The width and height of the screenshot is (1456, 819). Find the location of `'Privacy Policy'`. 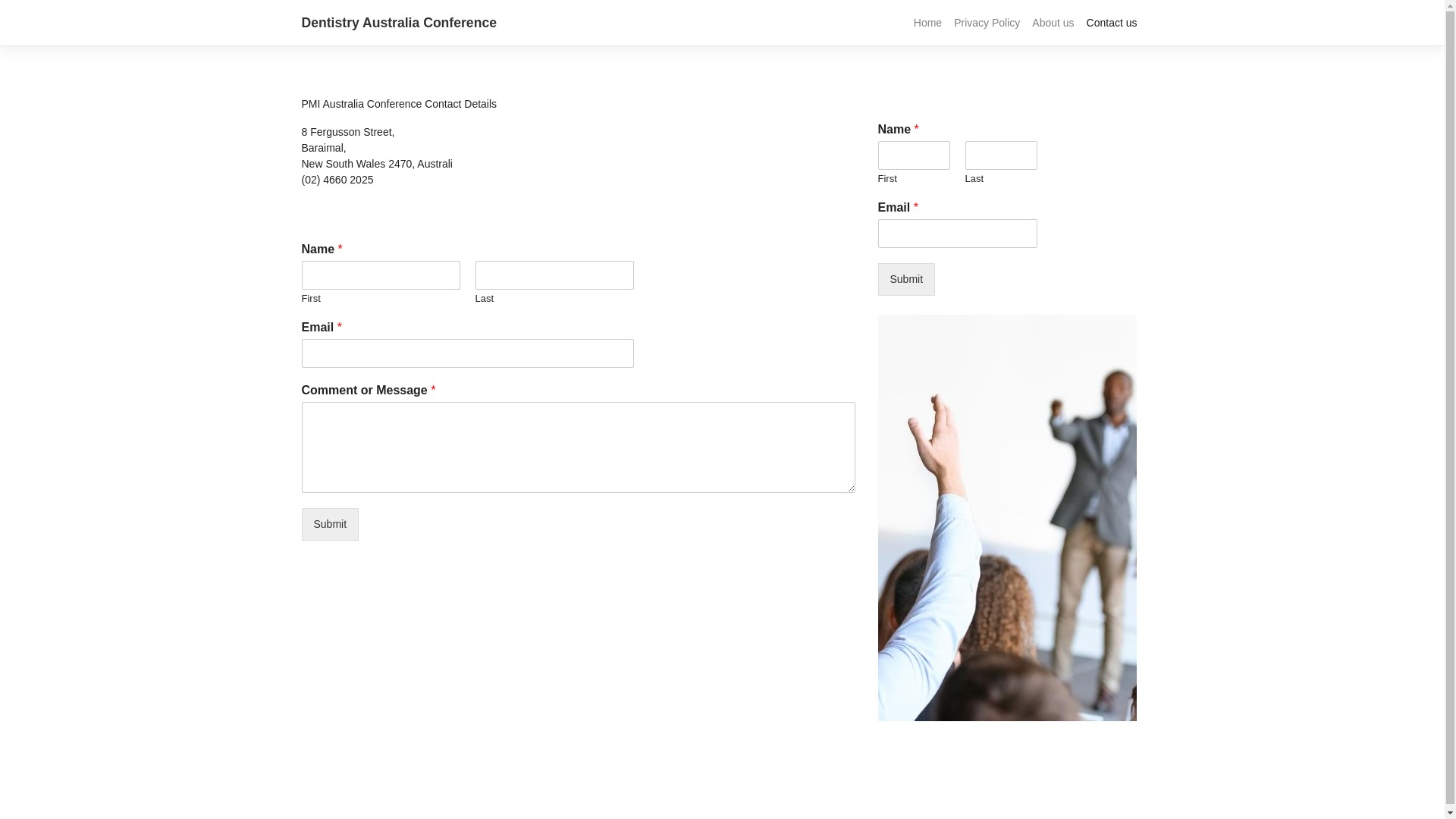

'Privacy Policy' is located at coordinates (987, 23).